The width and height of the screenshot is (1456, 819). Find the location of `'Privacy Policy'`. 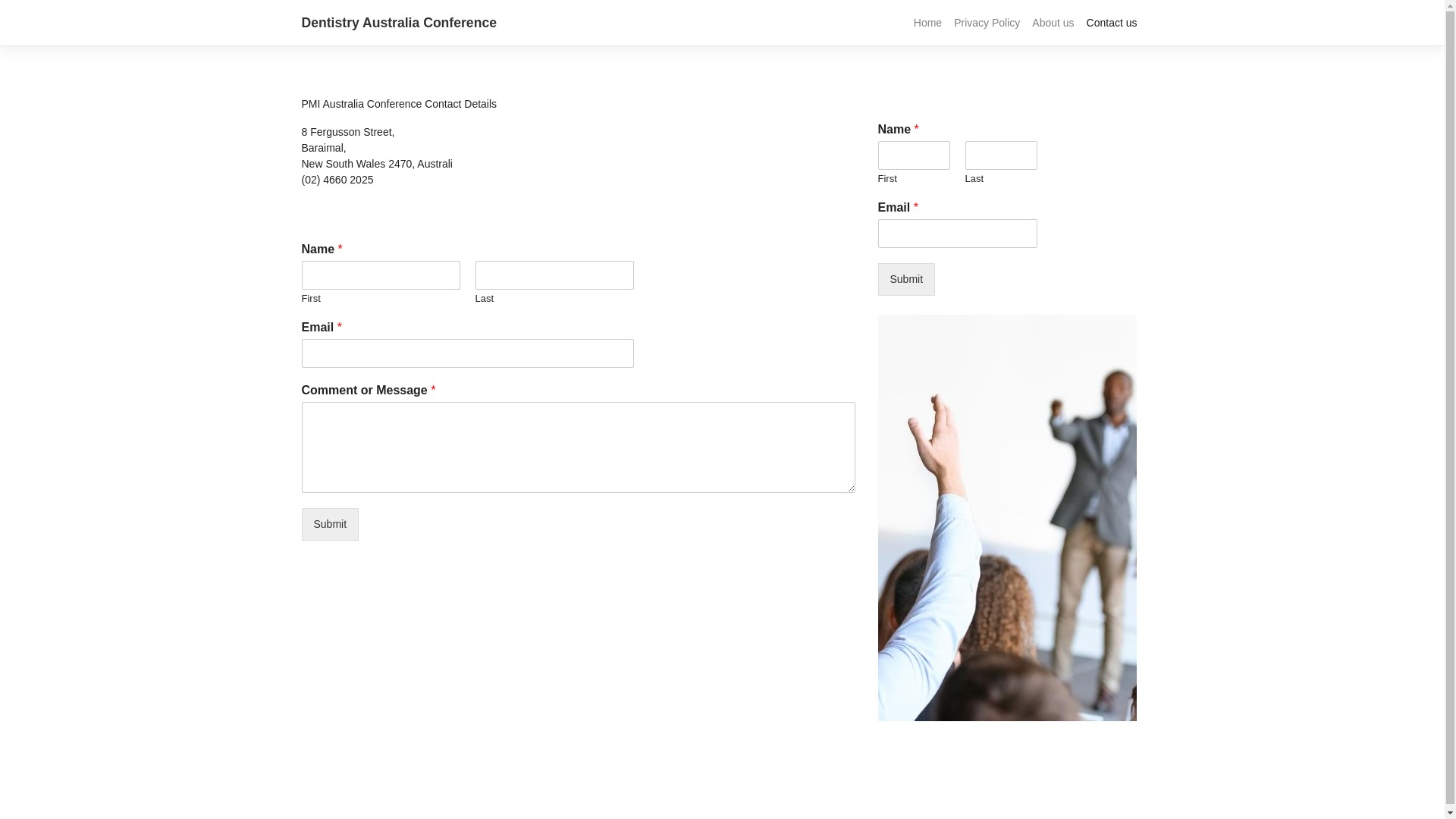

'Privacy Policy' is located at coordinates (987, 23).